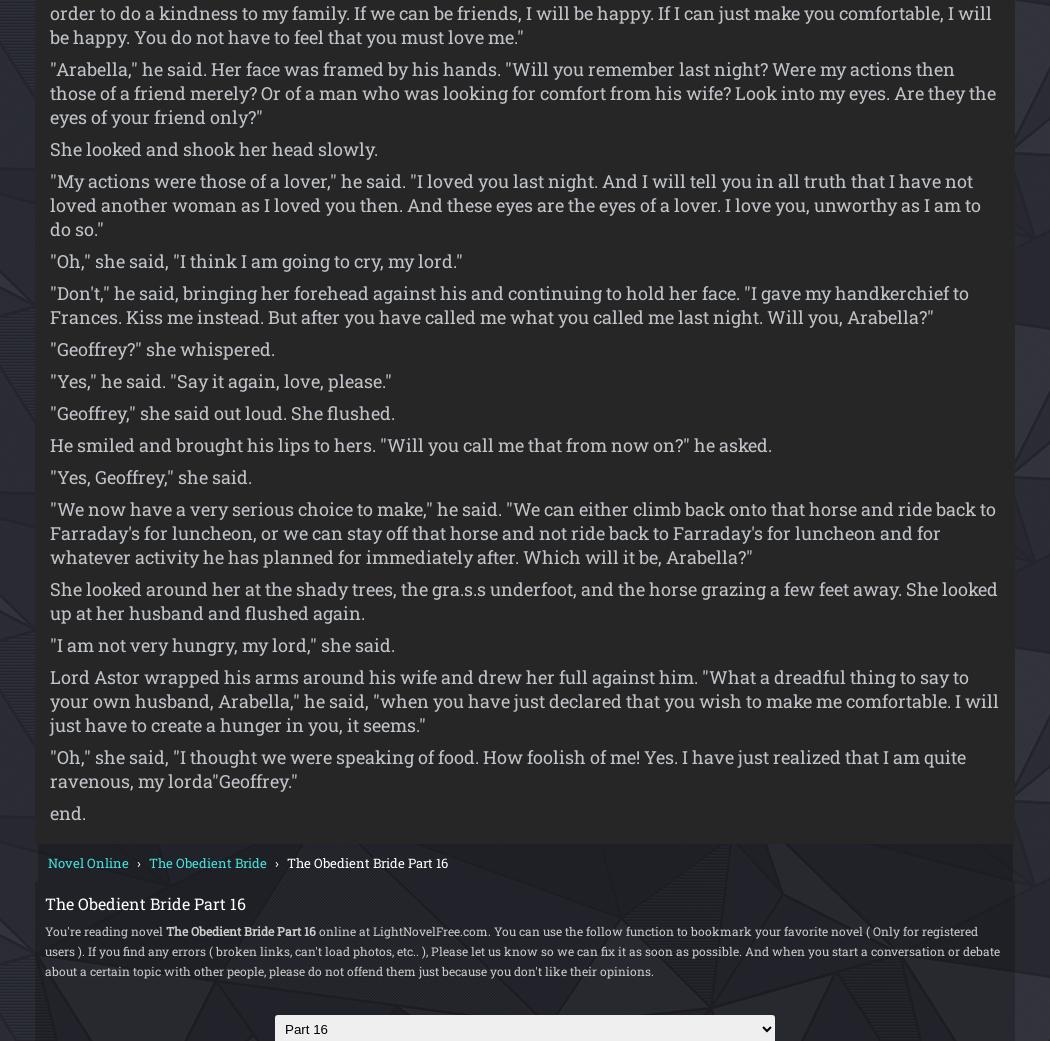 The image size is (1050, 1041). What do you see at coordinates (67, 811) in the screenshot?
I see `'end.'` at bounding box center [67, 811].